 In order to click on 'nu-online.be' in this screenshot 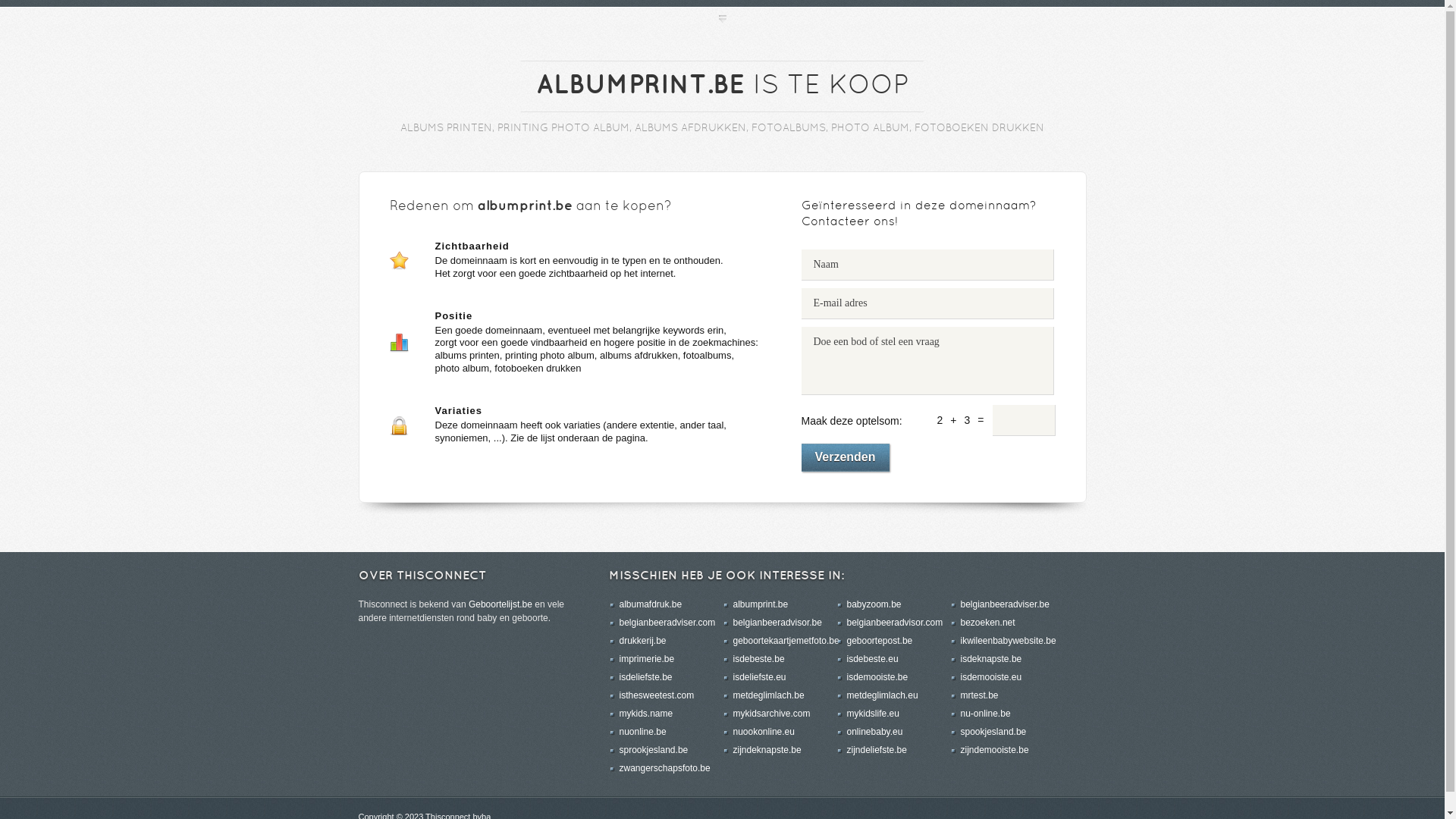, I will do `click(985, 714)`.